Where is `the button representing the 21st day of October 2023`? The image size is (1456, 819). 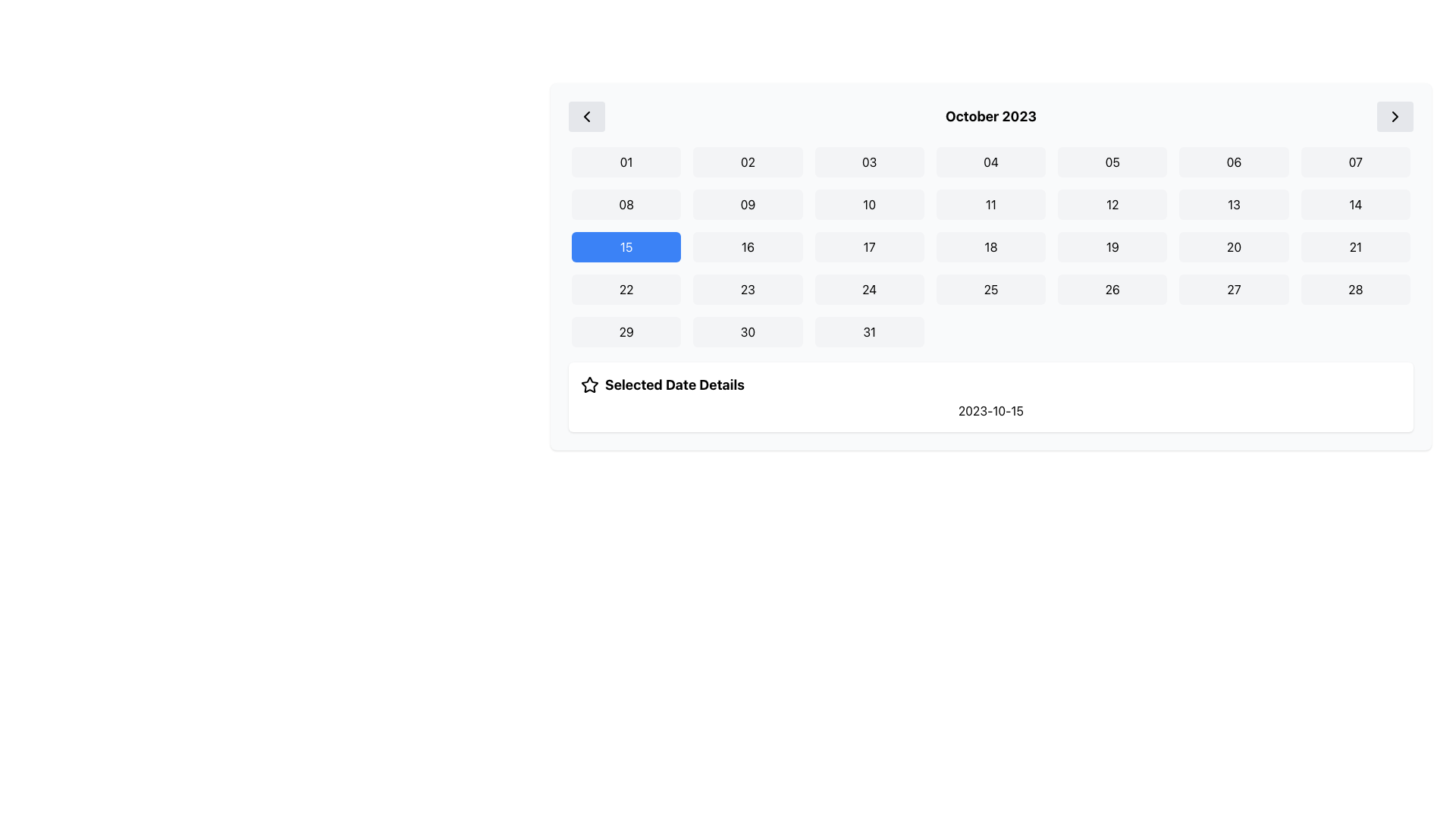
the button representing the 21st day of October 2023 is located at coordinates (1355, 246).